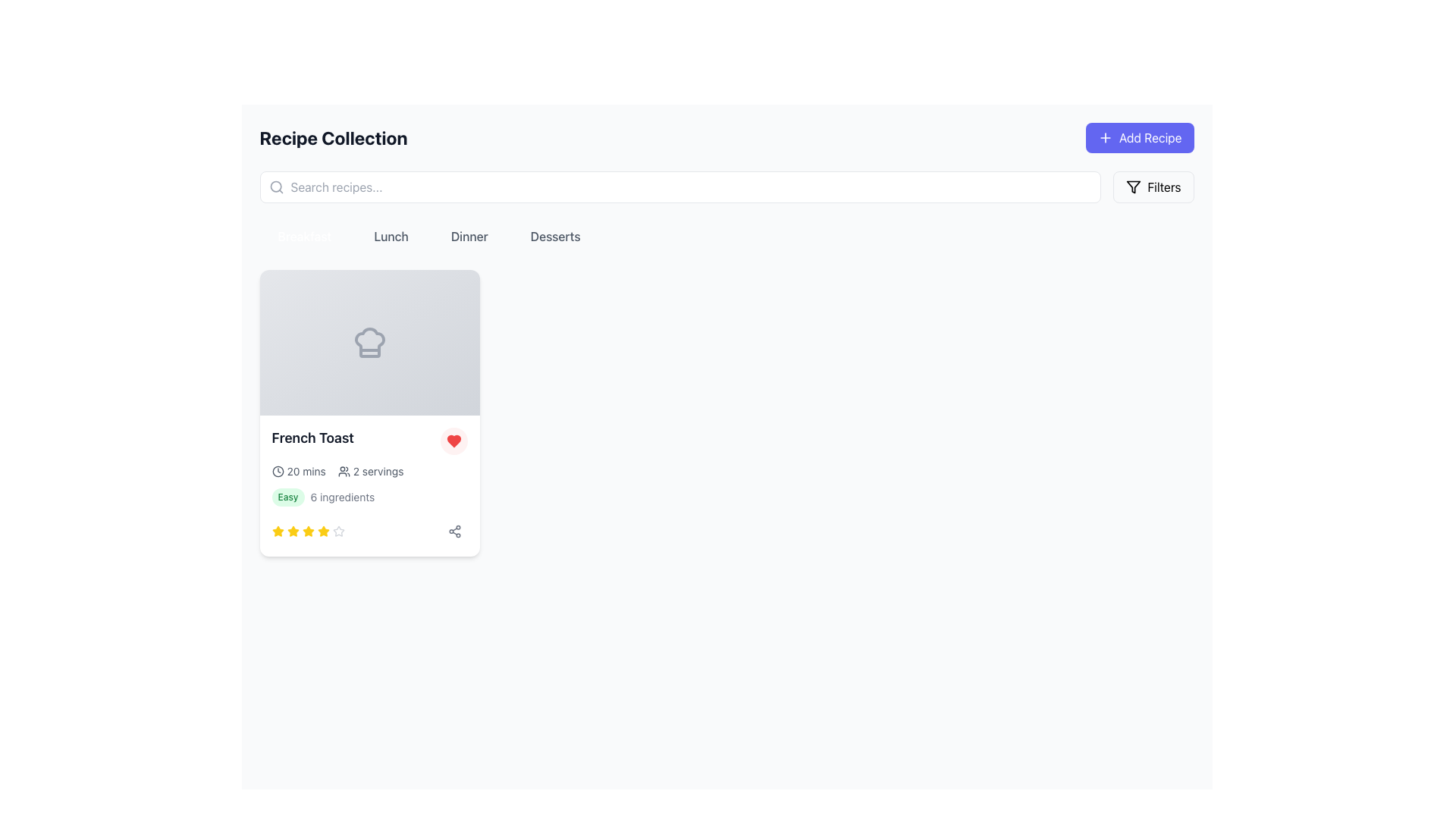 Image resolution: width=1456 pixels, height=819 pixels. Describe the element at coordinates (322, 530) in the screenshot. I see `the fourth star in the rating system under the recipe card labeled 'French Toast', located in the main content area` at that location.